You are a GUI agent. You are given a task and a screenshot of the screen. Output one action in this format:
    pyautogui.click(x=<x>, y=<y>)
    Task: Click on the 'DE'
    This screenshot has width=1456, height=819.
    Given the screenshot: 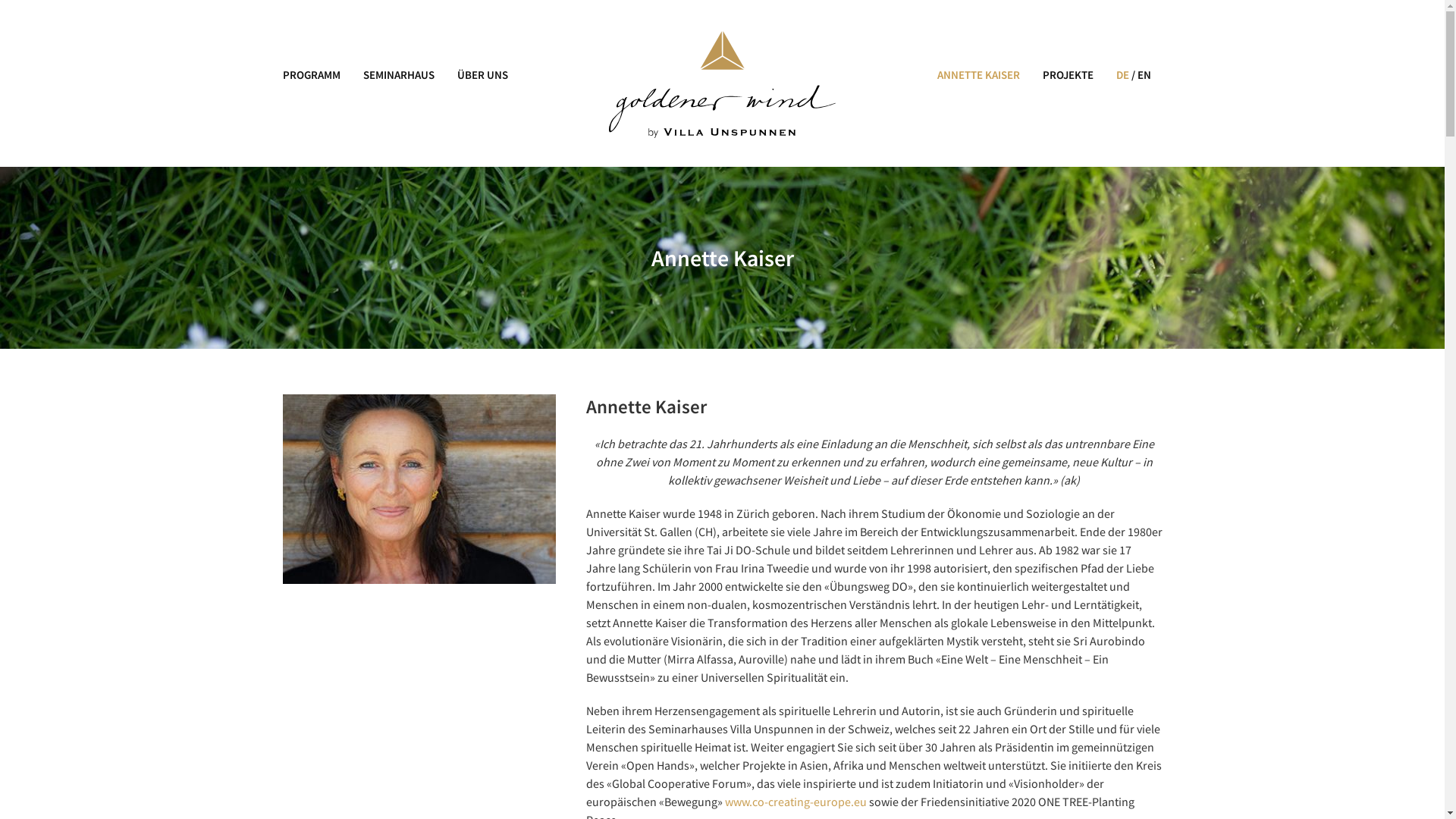 What is the action you would take?
    pyautogui.click(x=1119, y=75)
    